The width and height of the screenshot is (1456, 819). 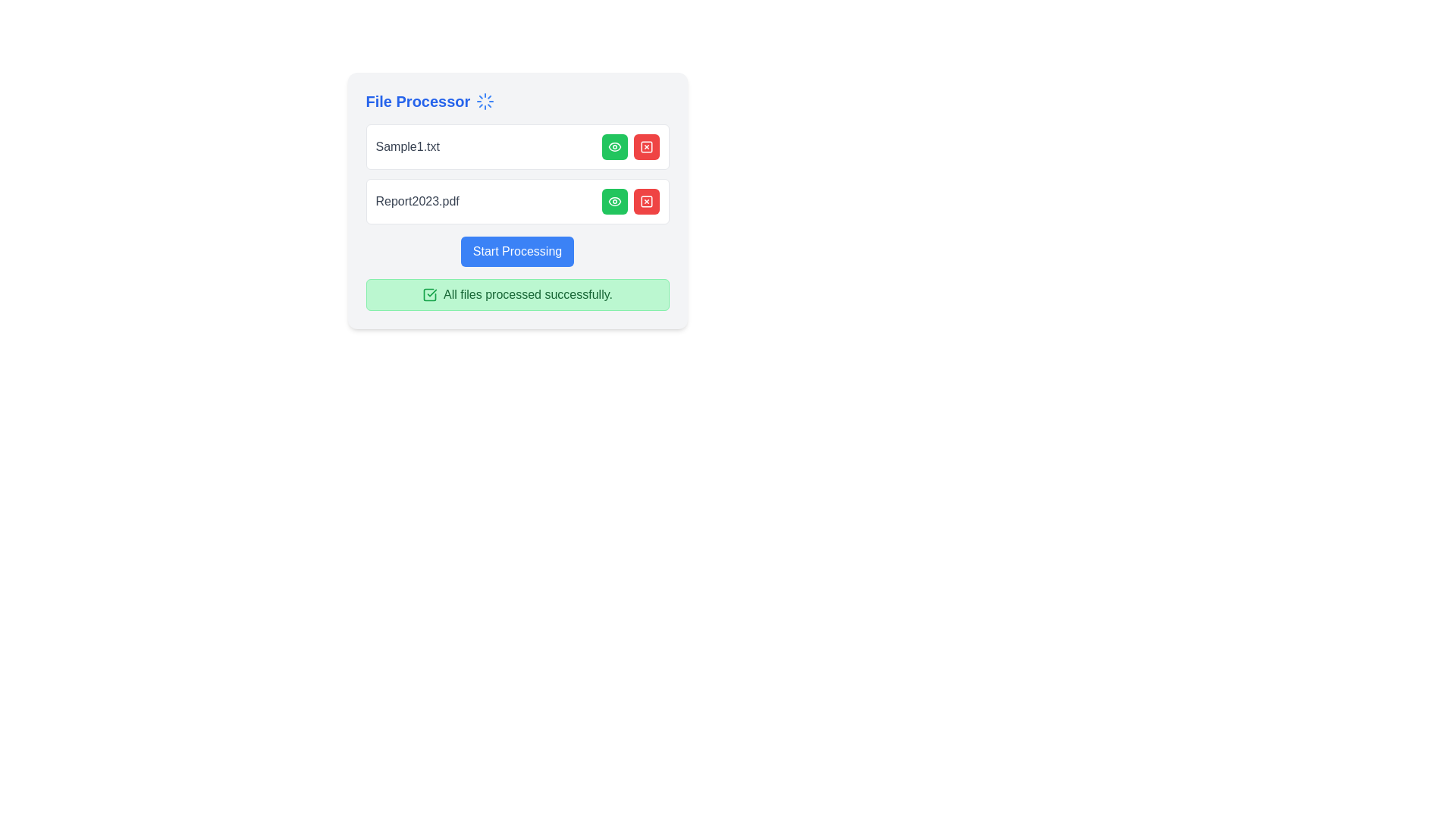 What do you see at coordinates (646, 201) in the screenshot?
I see `the red rounded rectangle Icon button located at the far right of a file entry line` at bounding box center [646, 201].